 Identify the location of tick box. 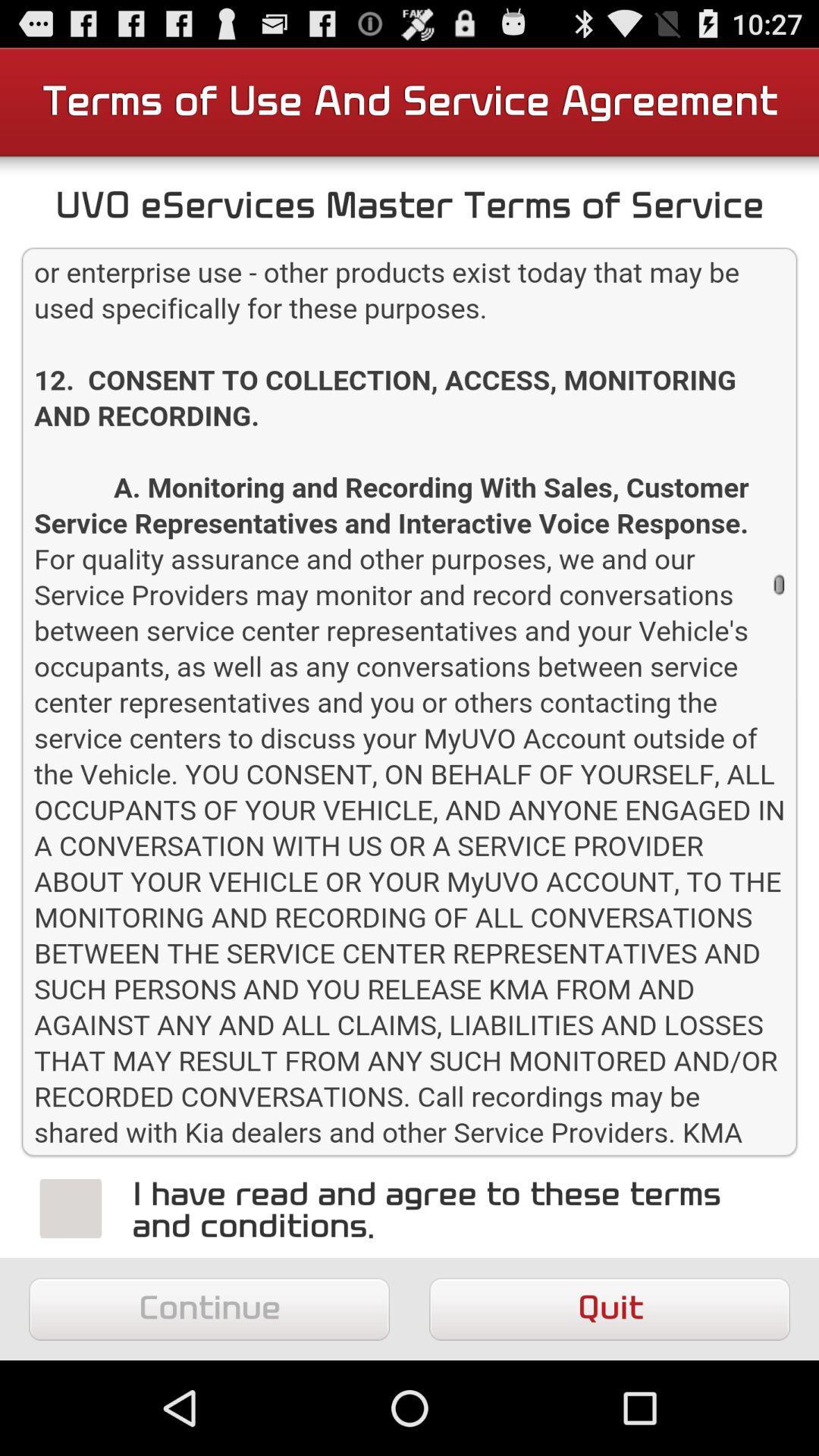
(71, 1207).